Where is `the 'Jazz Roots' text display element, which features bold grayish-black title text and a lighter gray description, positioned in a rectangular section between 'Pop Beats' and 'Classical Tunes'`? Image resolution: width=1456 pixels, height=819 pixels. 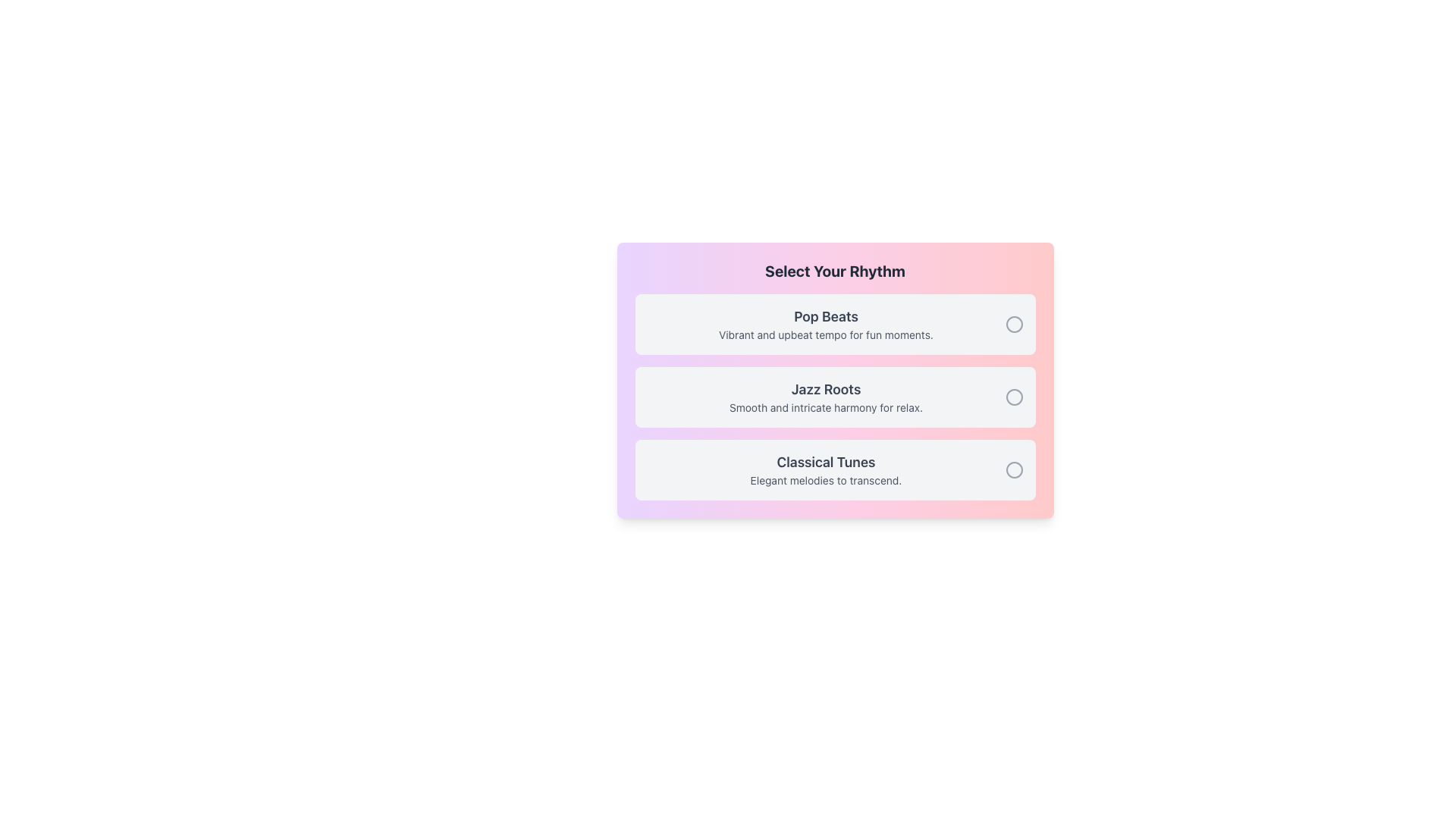
the 'Jazz Roots' text display element, which features bold grayish-black title text and a lighter gray description, positioned in a rectangular section between 'Pop Beats' and 'Classical Tunes' is located at coordinates (825, 397).